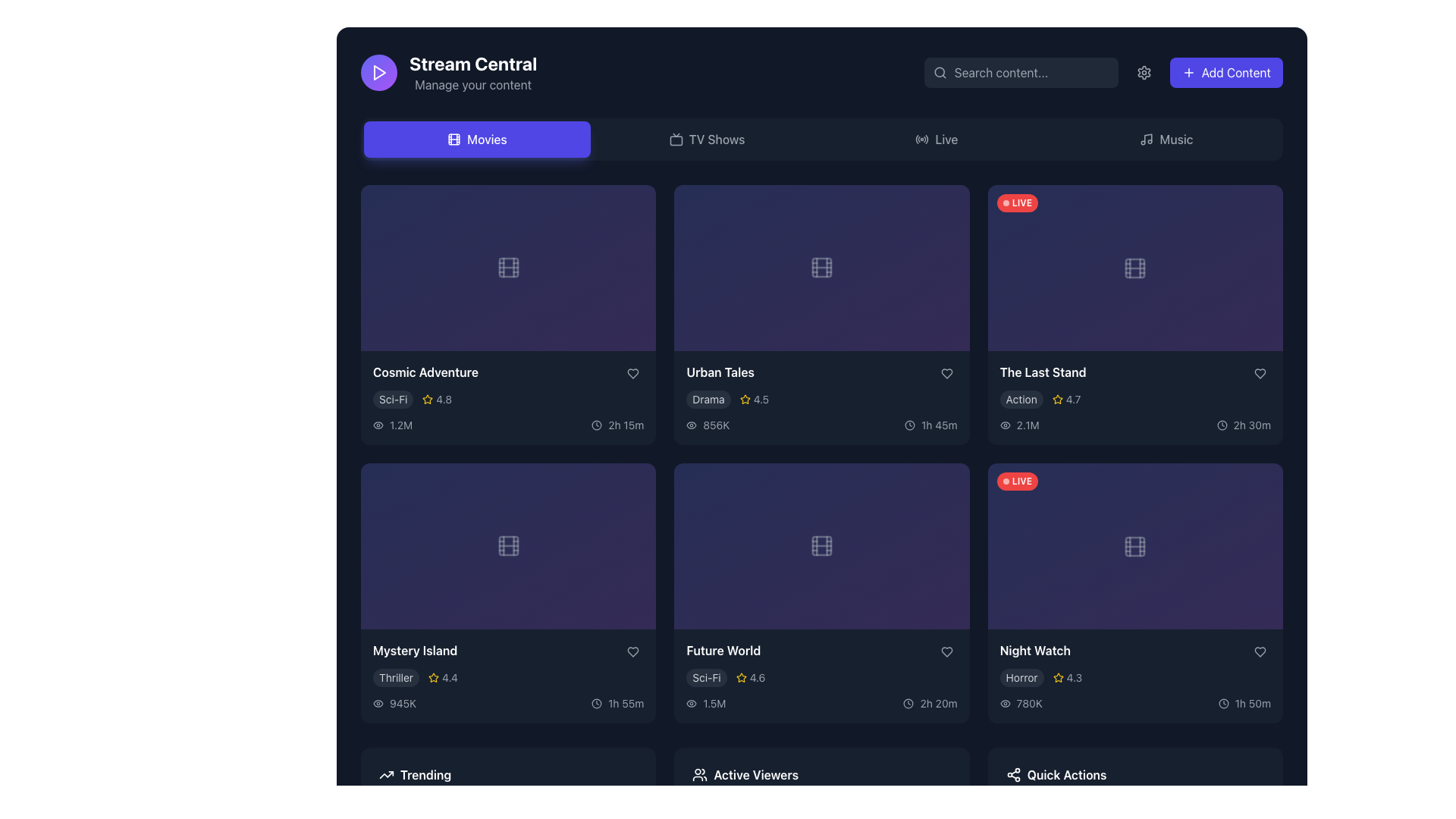 The height and width of the screenshot is (819, 1456). I want to click on the text label displaying the numeric value '4.4' in light gray on a dark blue background, located inside the 'Mystery Island' movie card to the right of the yellow star icon, so click(449, 677).